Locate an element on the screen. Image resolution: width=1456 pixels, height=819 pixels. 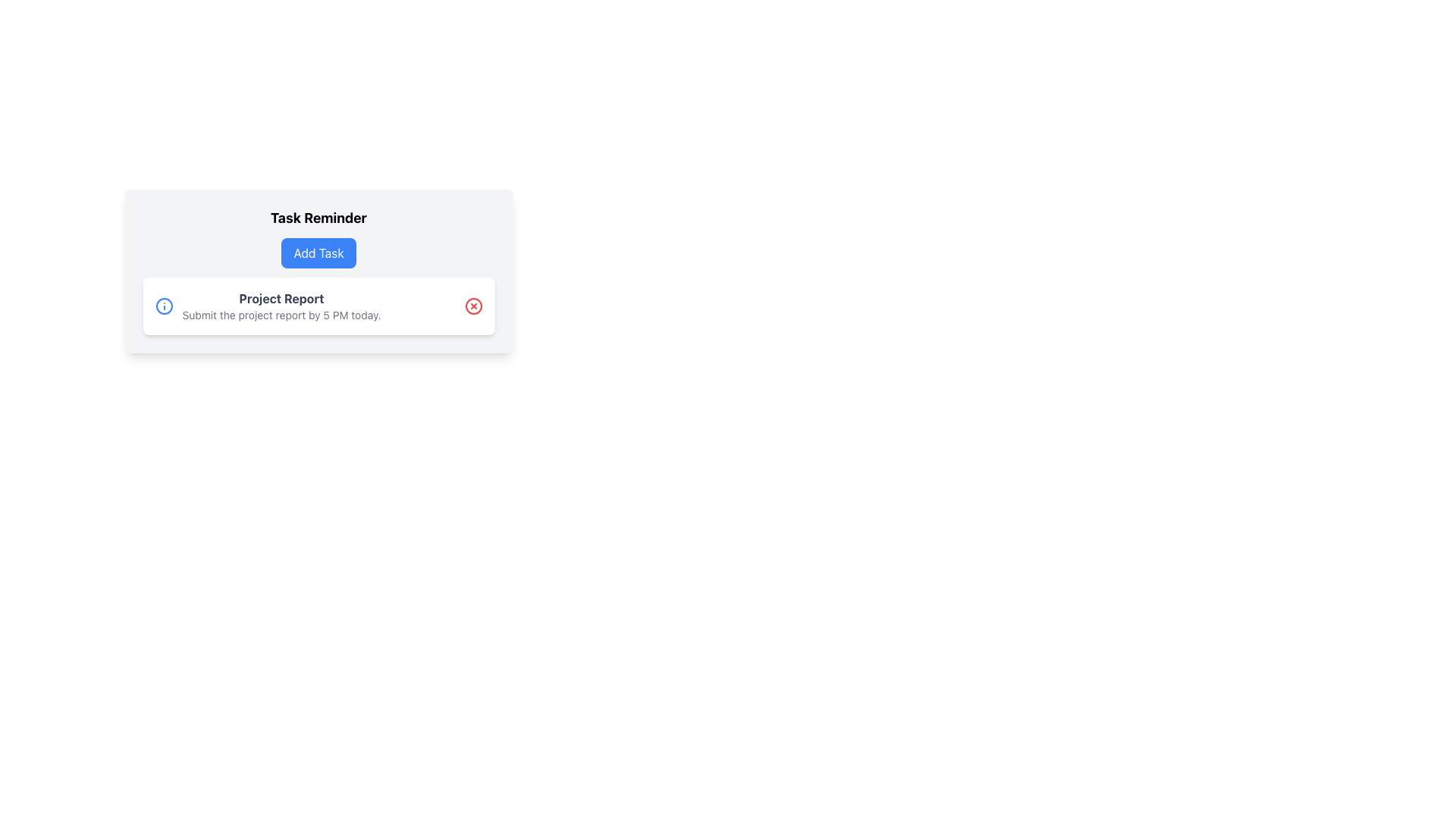
the red circular icon button with a white 'X' symbol is located at coordinates (472, 306).